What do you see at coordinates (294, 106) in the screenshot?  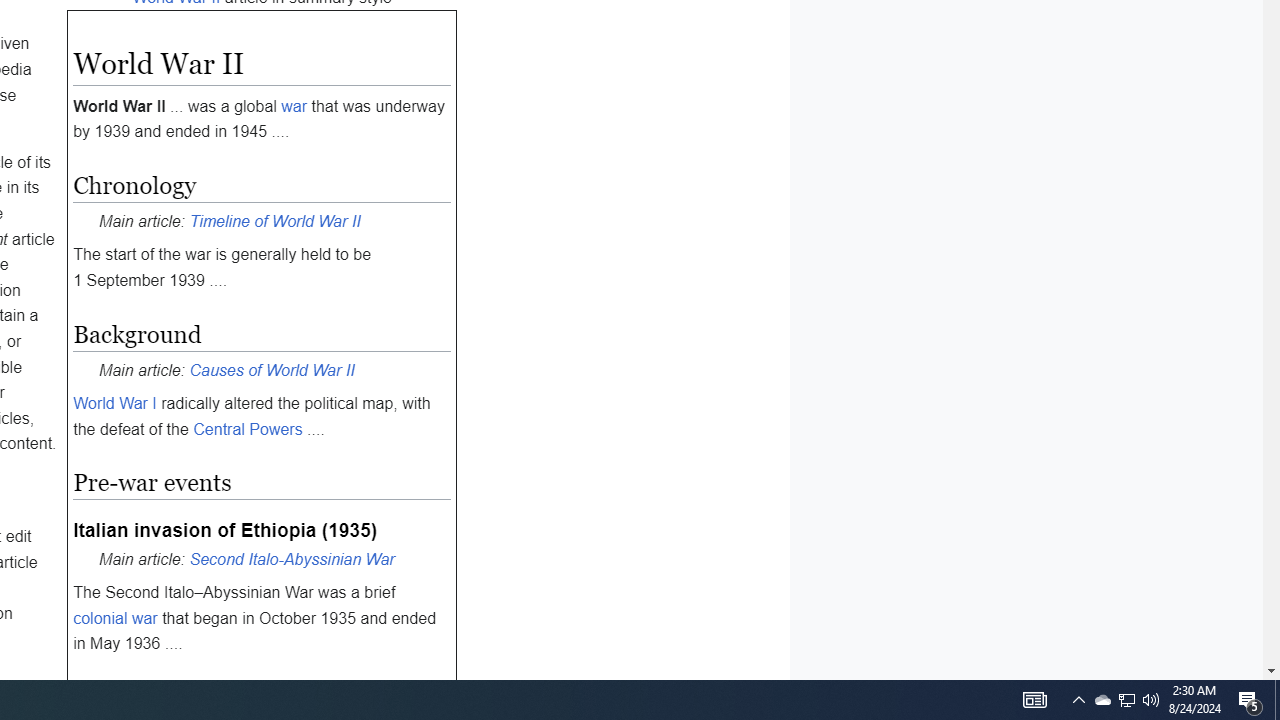 I see `'war'` at bounding box center [294, 106].